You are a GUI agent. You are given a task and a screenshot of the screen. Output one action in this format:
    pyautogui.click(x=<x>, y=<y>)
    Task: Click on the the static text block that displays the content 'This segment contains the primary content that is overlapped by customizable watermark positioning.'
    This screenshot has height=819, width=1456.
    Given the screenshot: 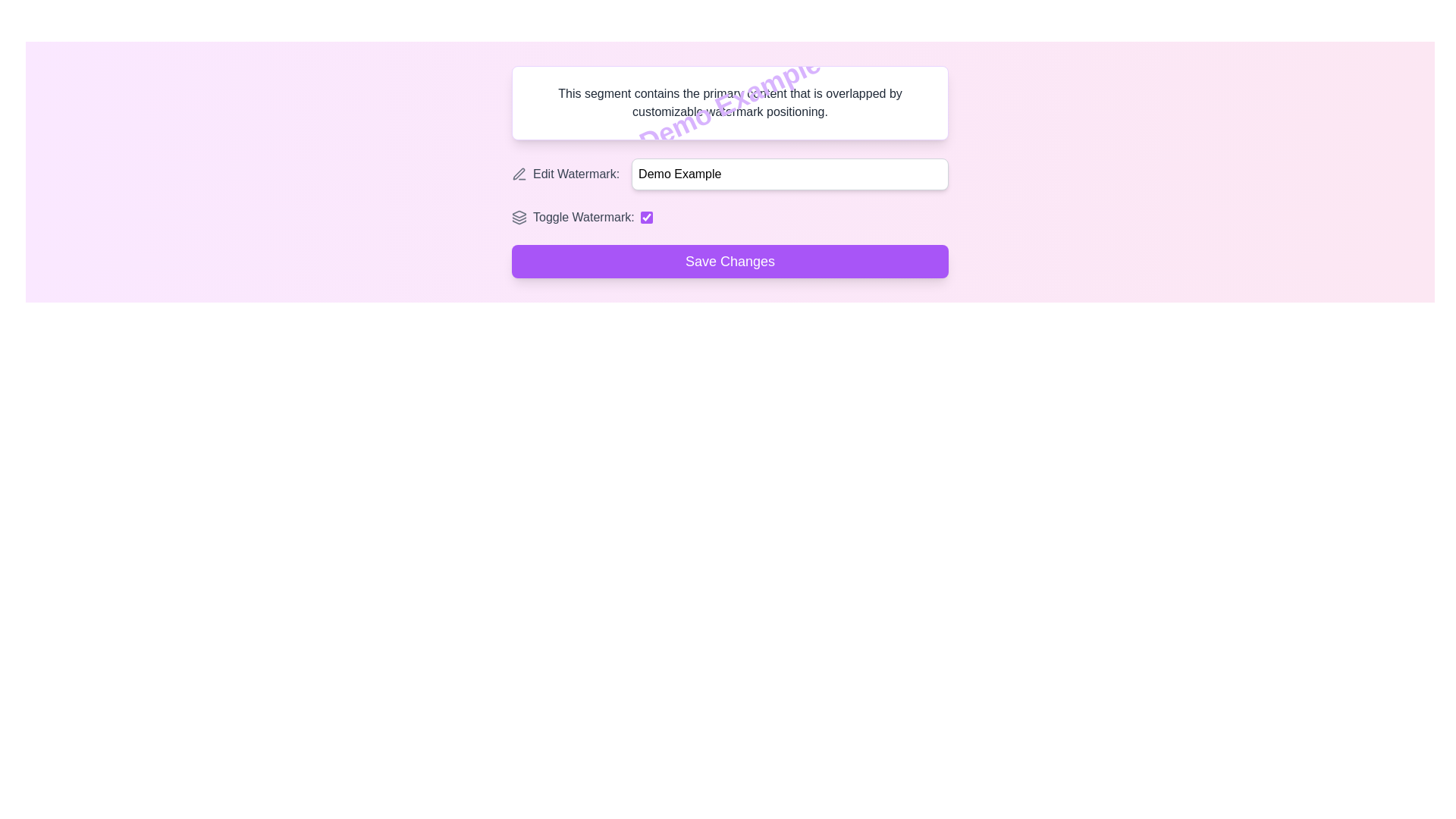 What is the action you would take?
    pyautogui.click(x=730, y=102)
    